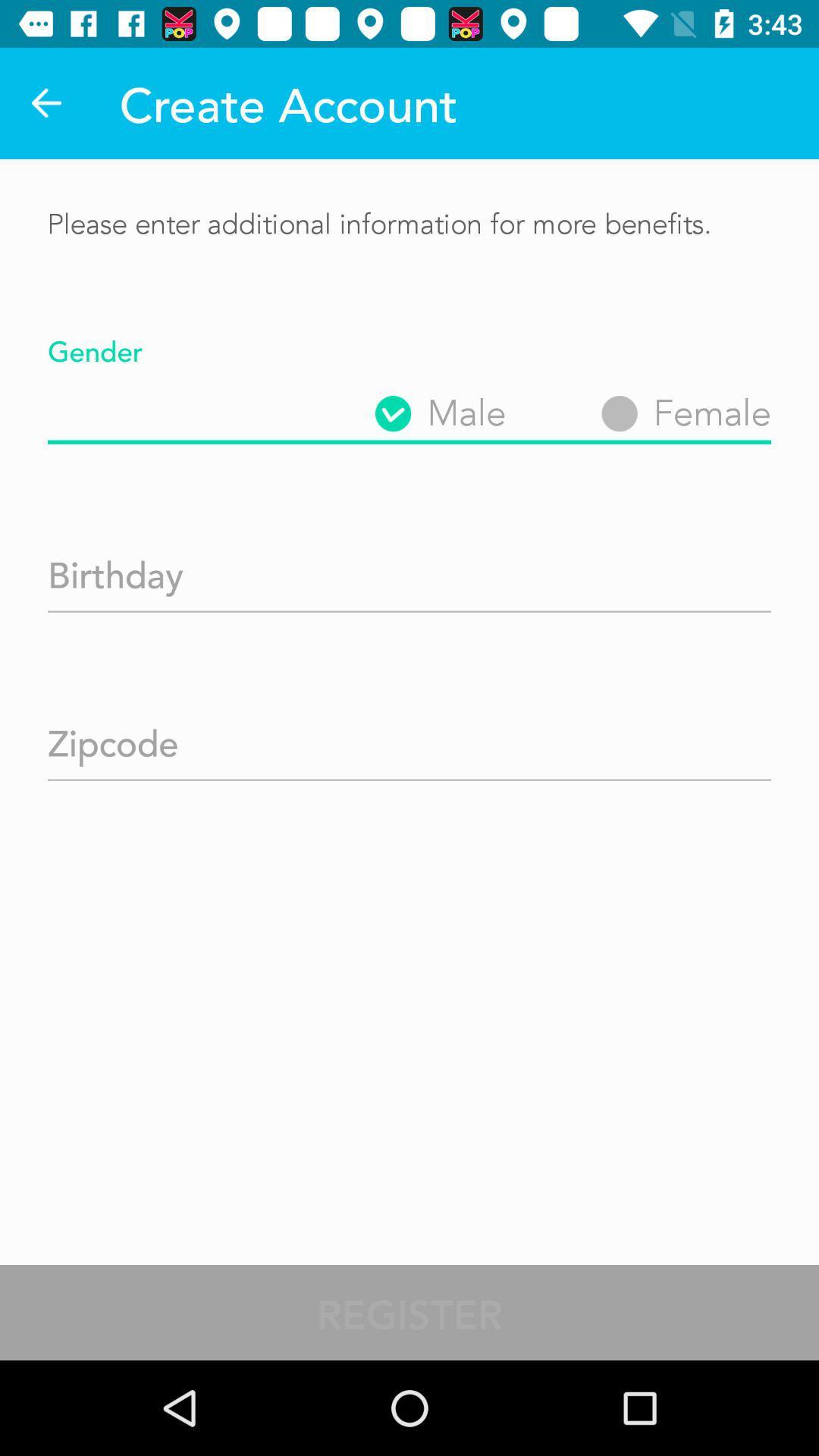 The height and width of the screenshot is (1456, 819). What do you see at coordinates (409, 569) in the screenshot?
I see `type in birtday` at bounding box center [409, 569].